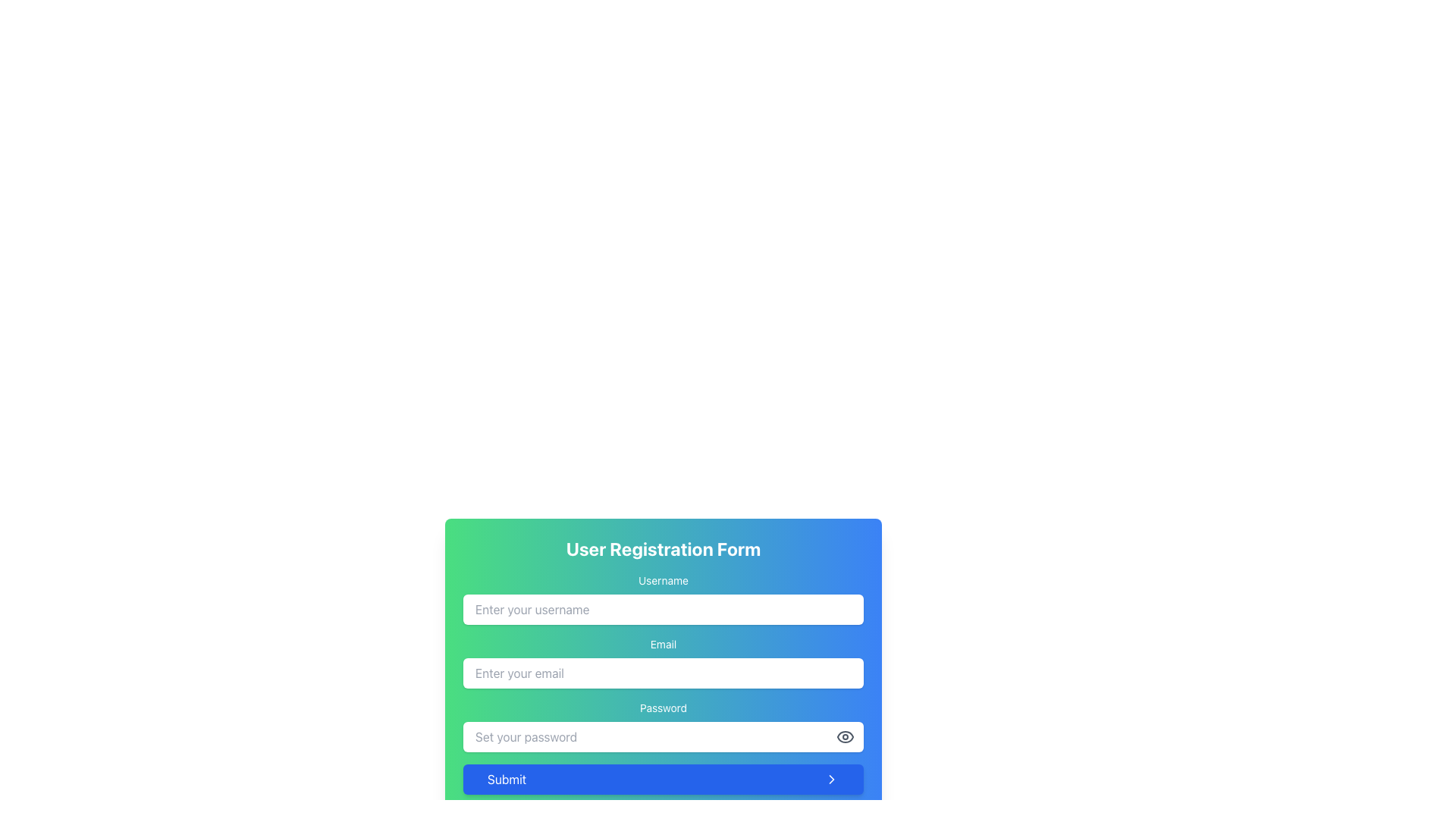 The width and height of the screenshot is (1456, 819). What do you see at coordinates (844, 736) in the screenshot?
I see `the eye icon within the button` at bounding box center [844, 736].